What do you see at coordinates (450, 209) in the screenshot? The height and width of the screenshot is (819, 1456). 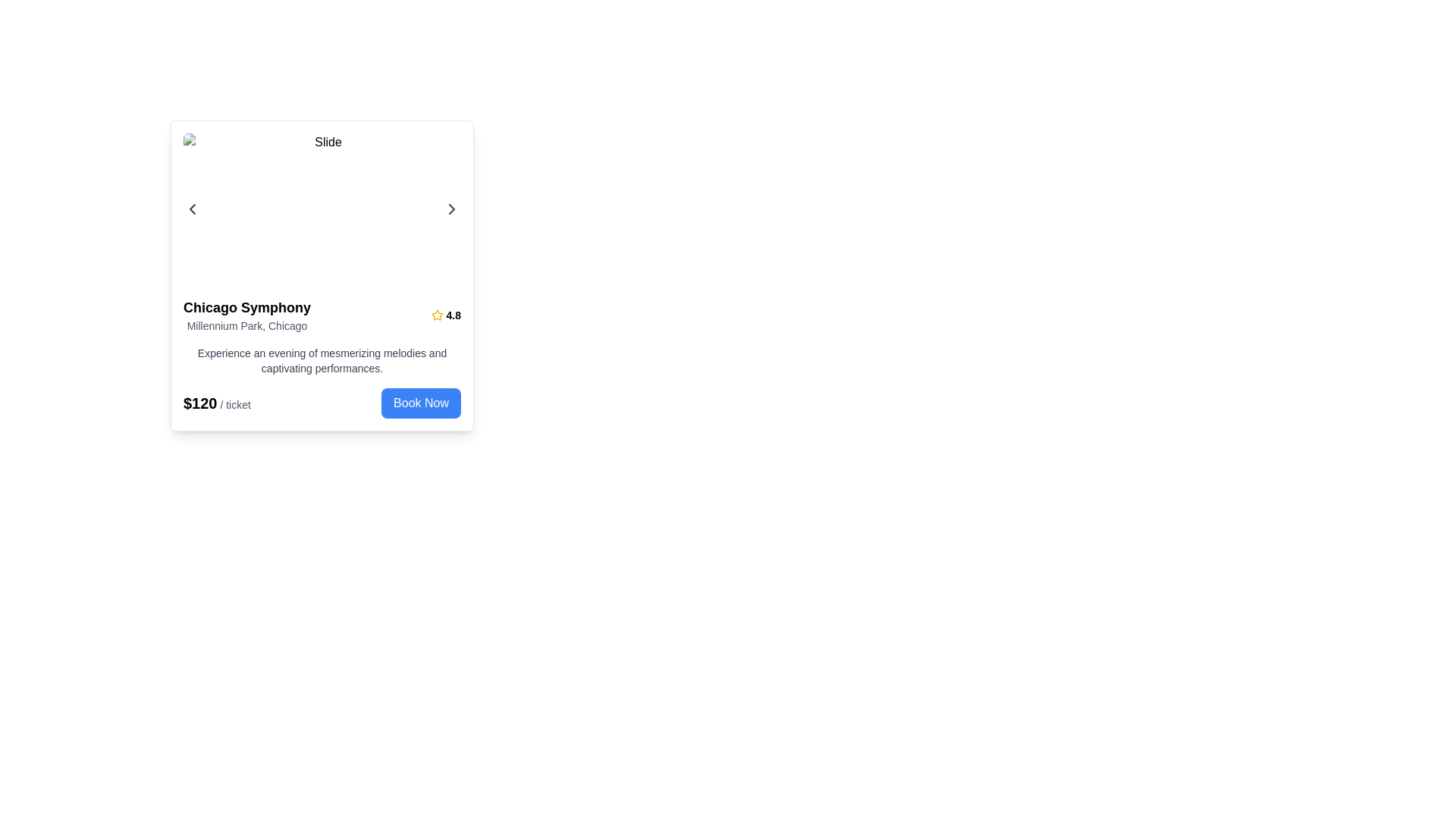 I see `the chevron icon styled as 'lucide-chevron-right' located at the top-right of the 'Chicago Symphony' card` at bounding box center [450, 209].